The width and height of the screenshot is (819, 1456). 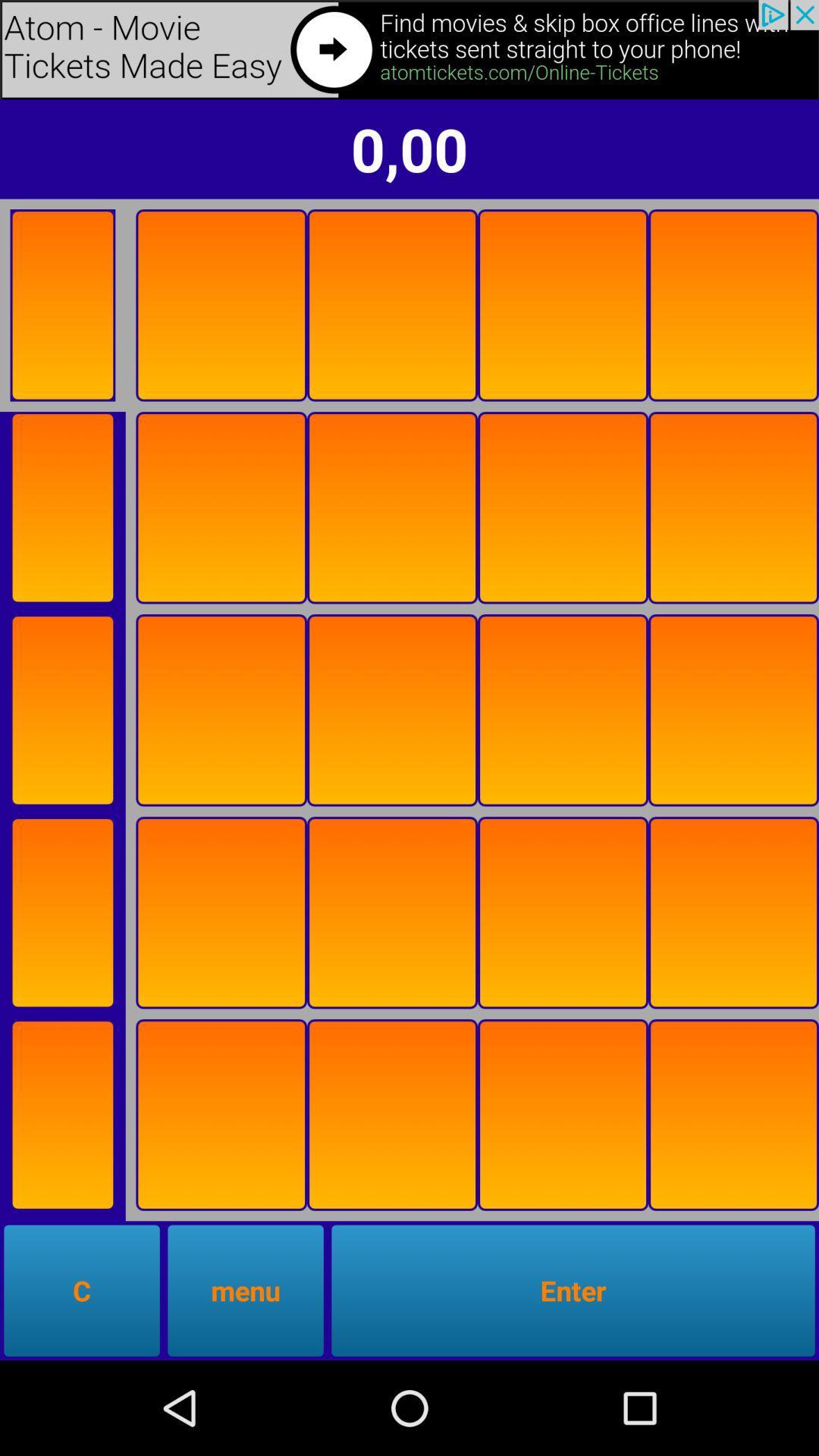 What do you see at coordinates (221, 709) in the screenshot?
I see `item` at bounding box center [221, 709].